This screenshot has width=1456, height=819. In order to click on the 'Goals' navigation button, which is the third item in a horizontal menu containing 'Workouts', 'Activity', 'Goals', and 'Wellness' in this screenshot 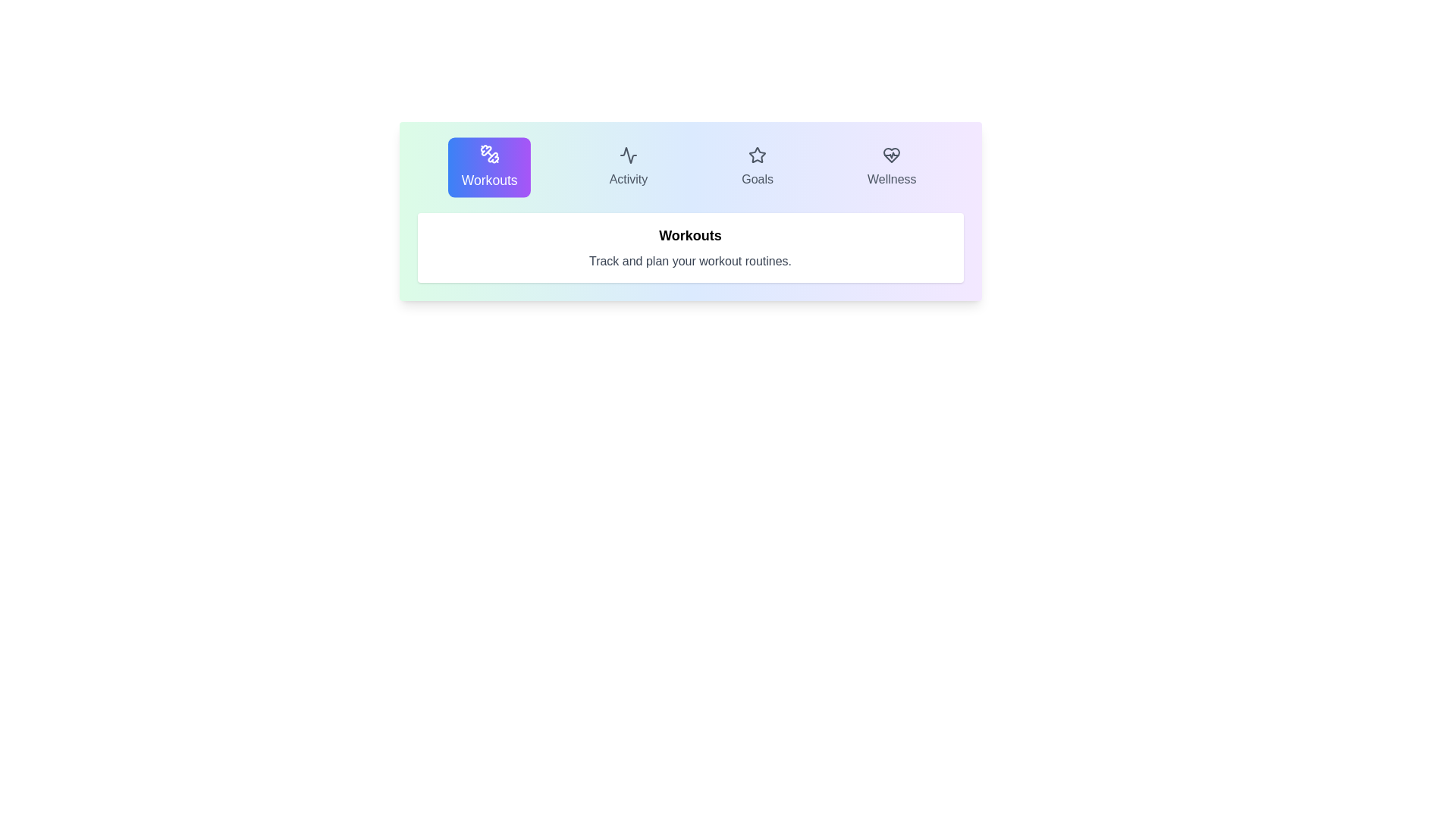, I will do `click(757, 167)`.